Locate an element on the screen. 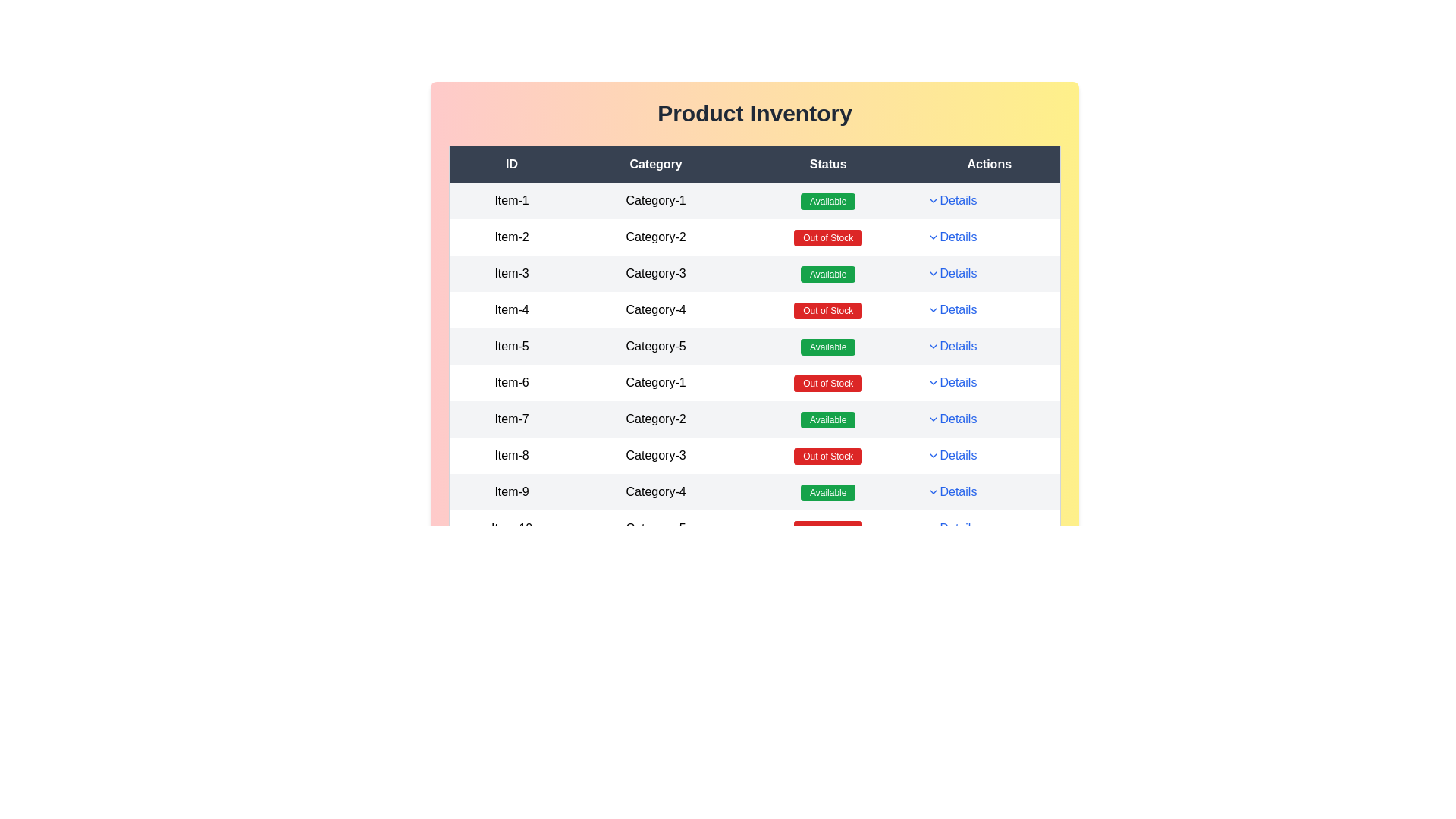 This screenshot has height=819, width=1456. the table header to sort by ID is located at coordinates (511, 164).